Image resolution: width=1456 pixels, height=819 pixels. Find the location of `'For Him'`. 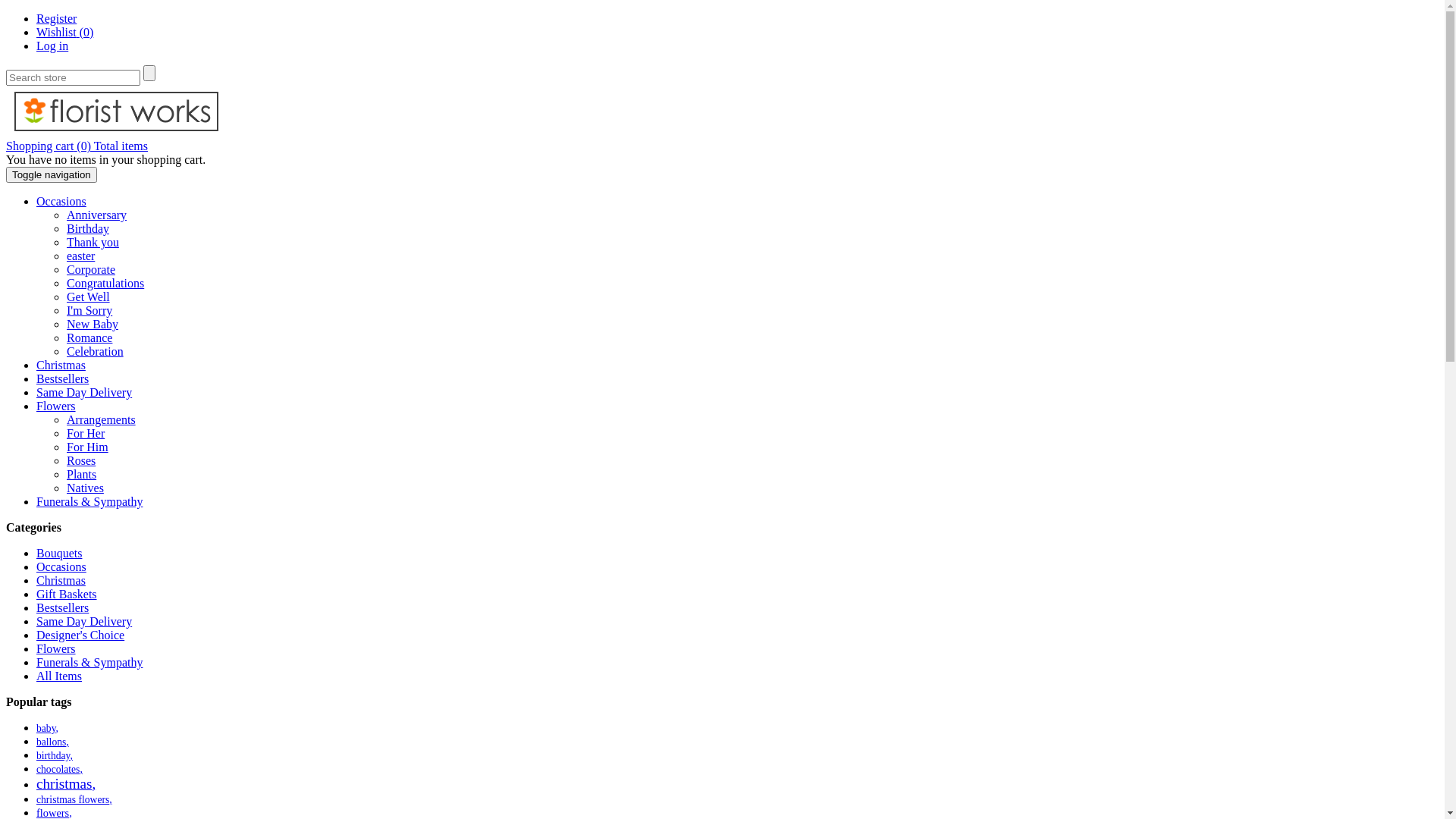

'For Him' is located at coordinates (65, 446).